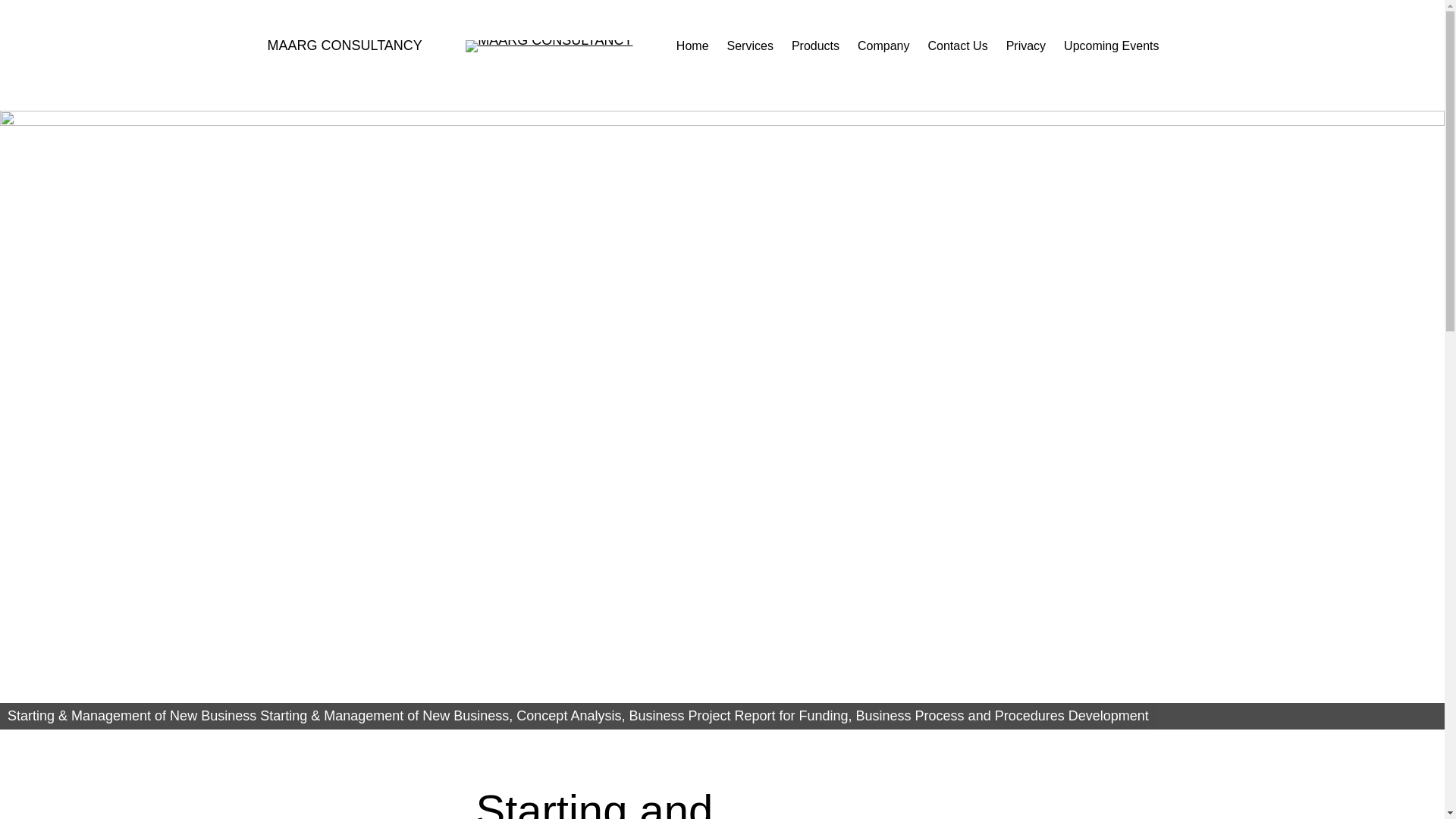 This screenshot has height=819, width=1456. What do you see at coordinates (927, 45) in the screenshot?
I see `'Contact Us'` at bounding box center [927, 45].